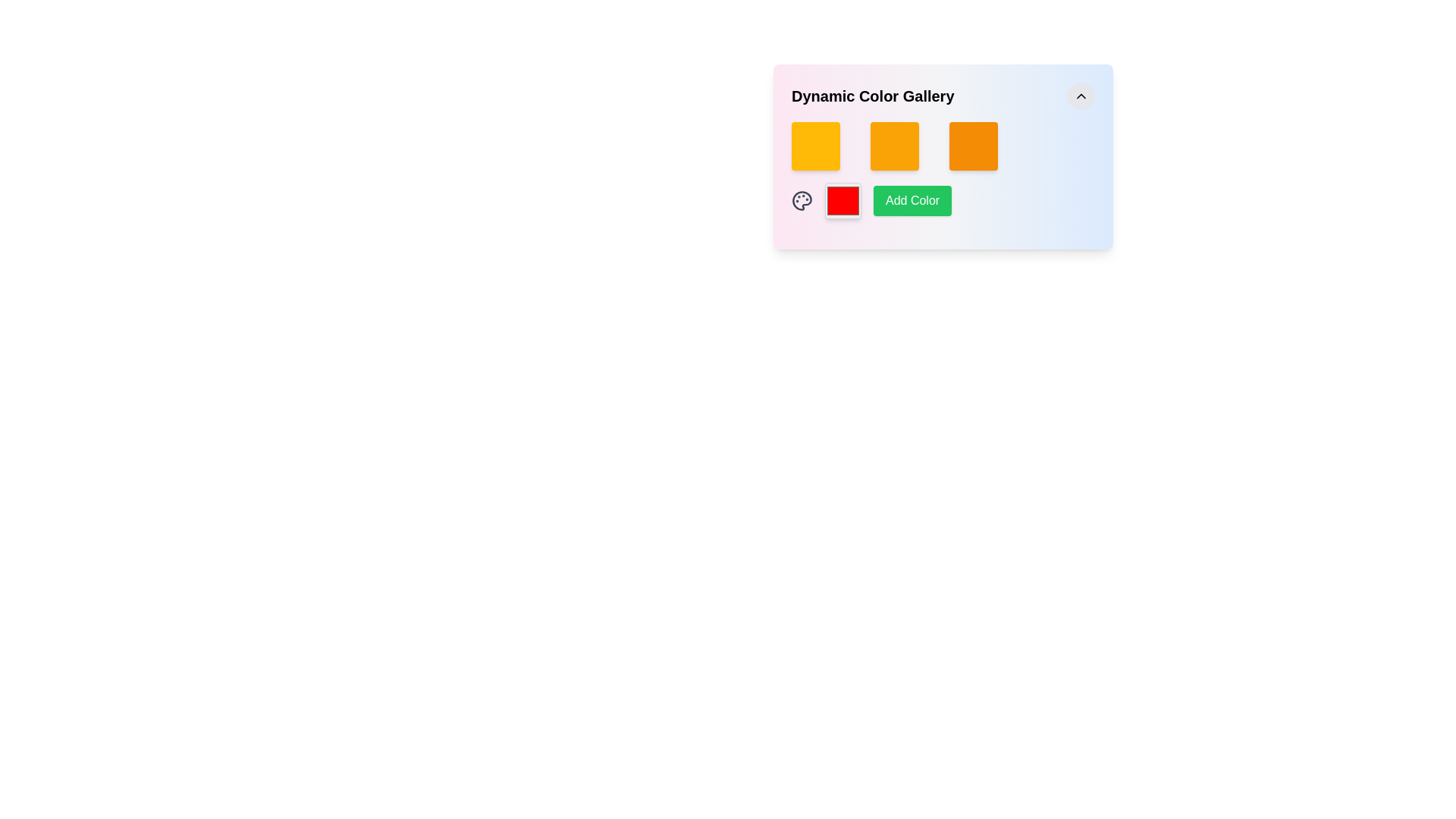  What do you see at coordinates (814, 146) in the screenshot?
I see `the color swatch located` at bounding box center [814, 146].